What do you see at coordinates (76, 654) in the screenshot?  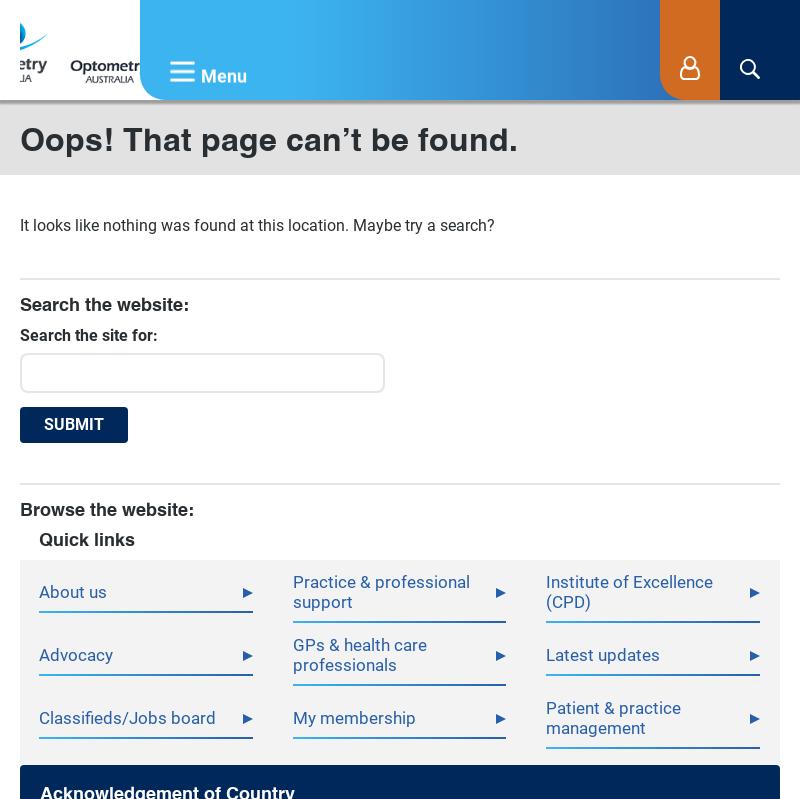 I see `'Advocacy'` at bounding box center [76, 654].